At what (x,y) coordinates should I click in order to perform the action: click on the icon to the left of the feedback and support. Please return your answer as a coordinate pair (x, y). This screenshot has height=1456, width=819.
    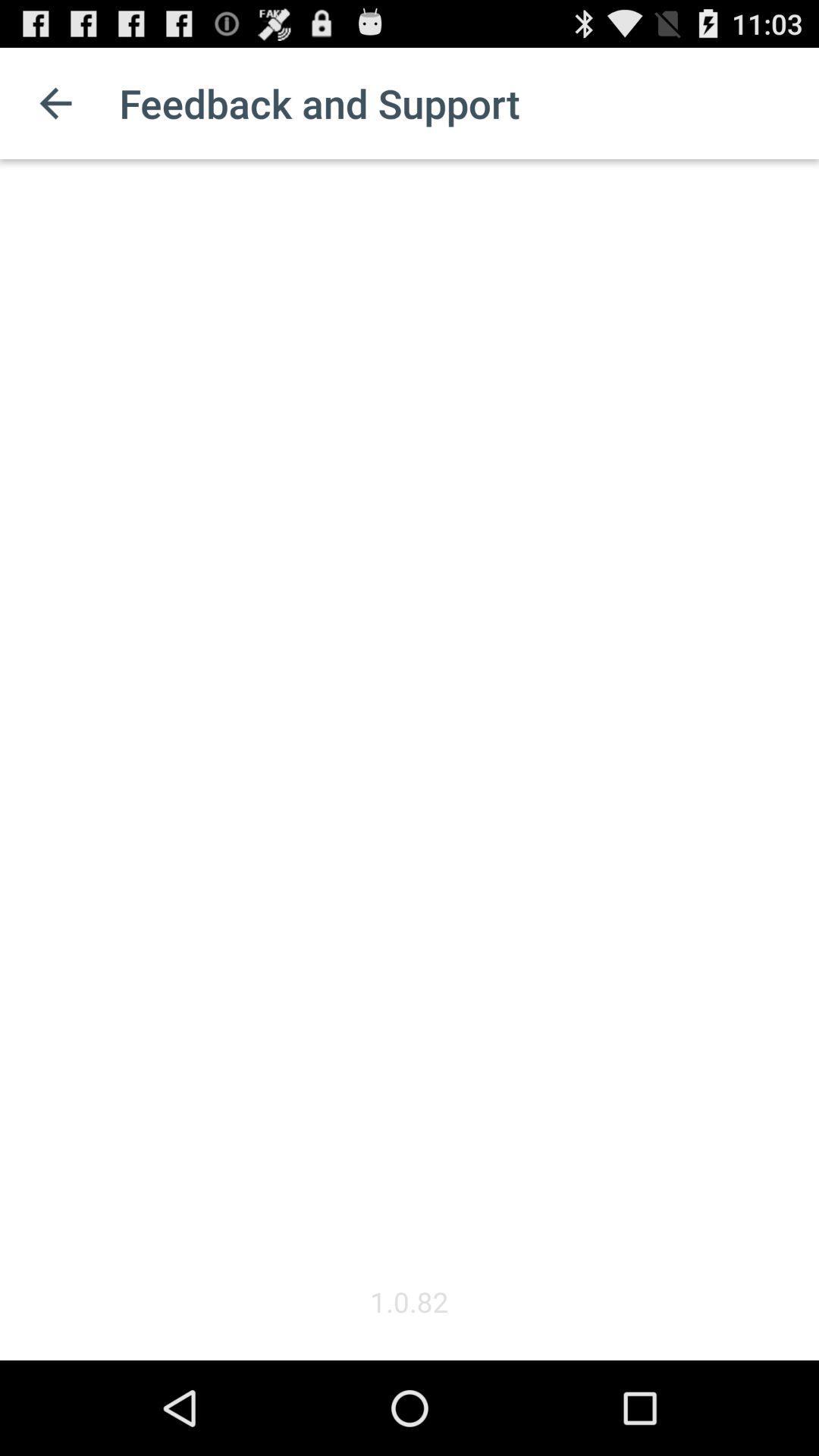
    Looking at the image, I should click on (55, 102).